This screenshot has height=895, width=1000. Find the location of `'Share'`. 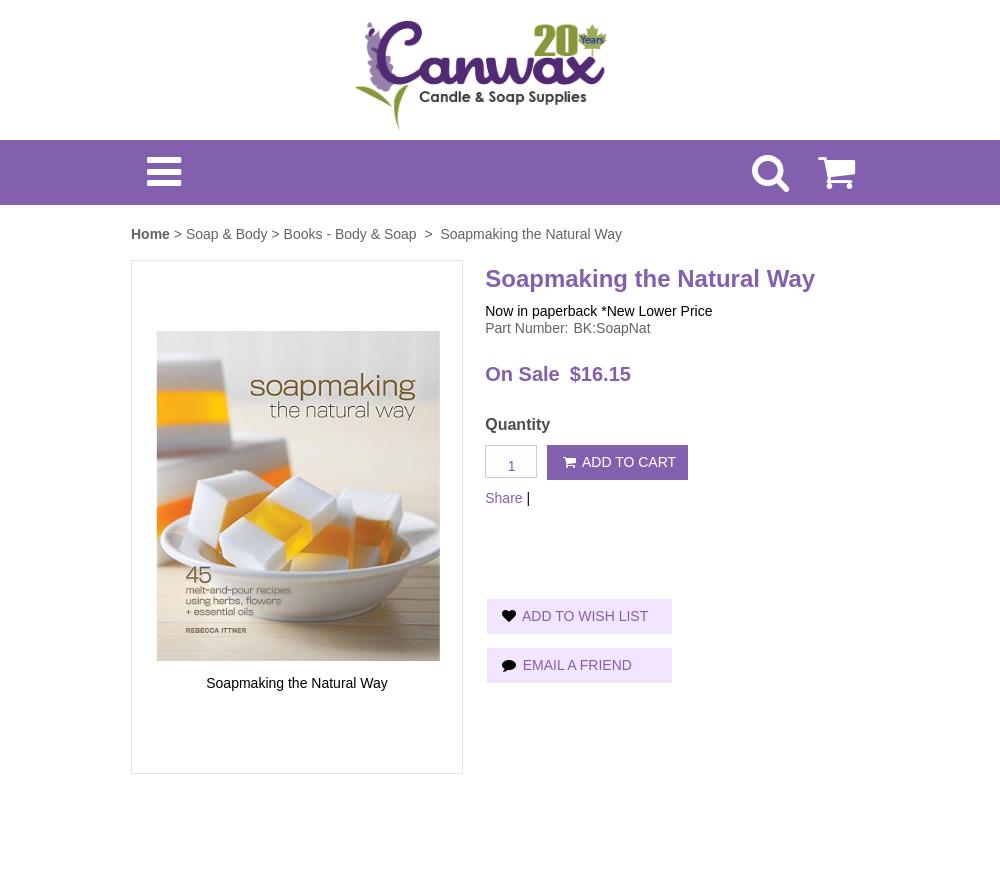

'Share' is located at coordinates (484, 495).